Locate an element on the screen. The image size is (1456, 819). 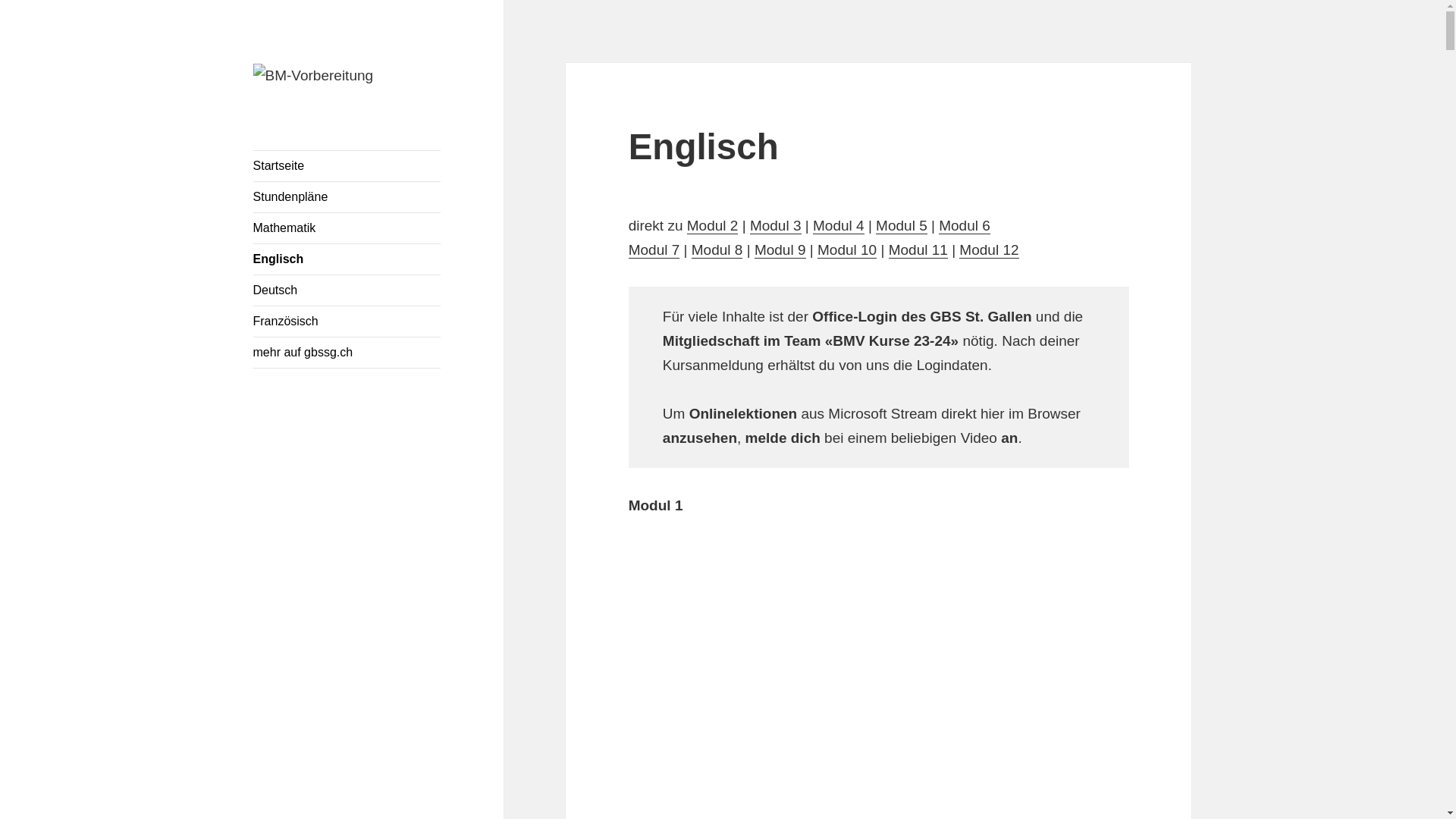
'Modul 4' is located at coordinates (837, 225).